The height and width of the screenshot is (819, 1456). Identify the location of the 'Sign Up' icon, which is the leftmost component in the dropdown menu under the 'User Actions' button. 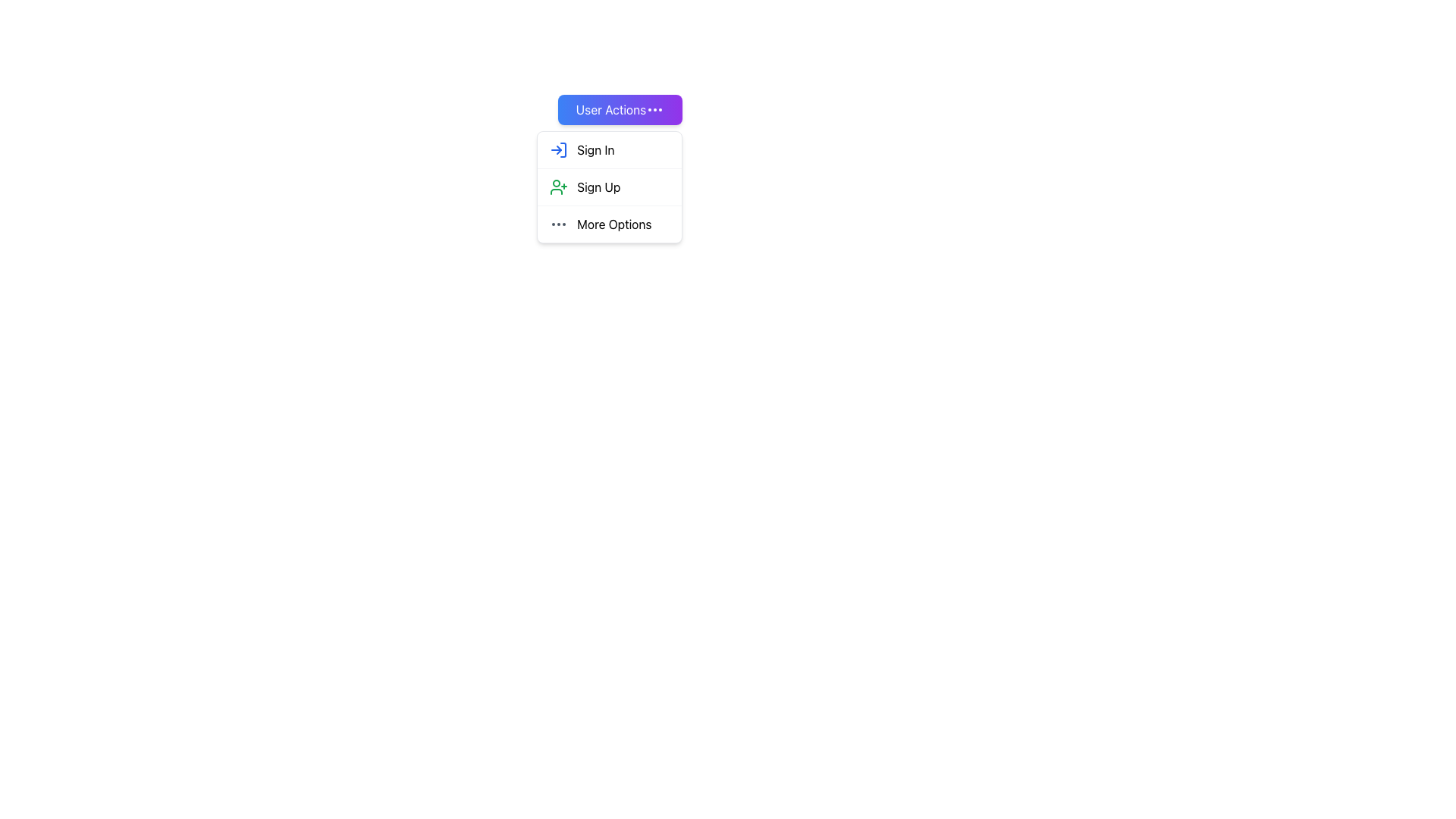
(558, 186).